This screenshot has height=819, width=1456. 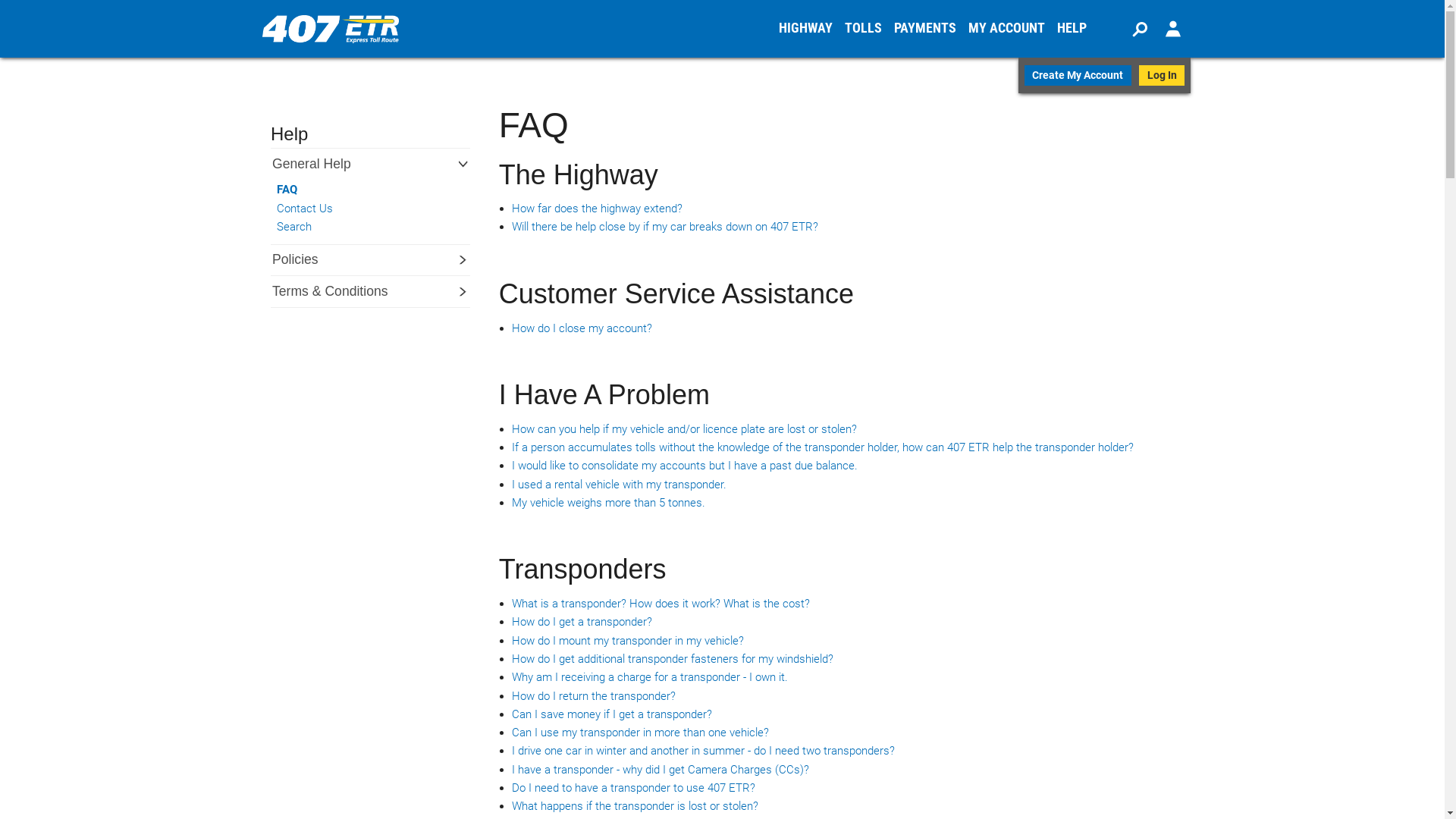 What do you see at coordinates (888, 29) in the screenshot?
I see `'PAYMENTS'` at bounding box center [888, 29].